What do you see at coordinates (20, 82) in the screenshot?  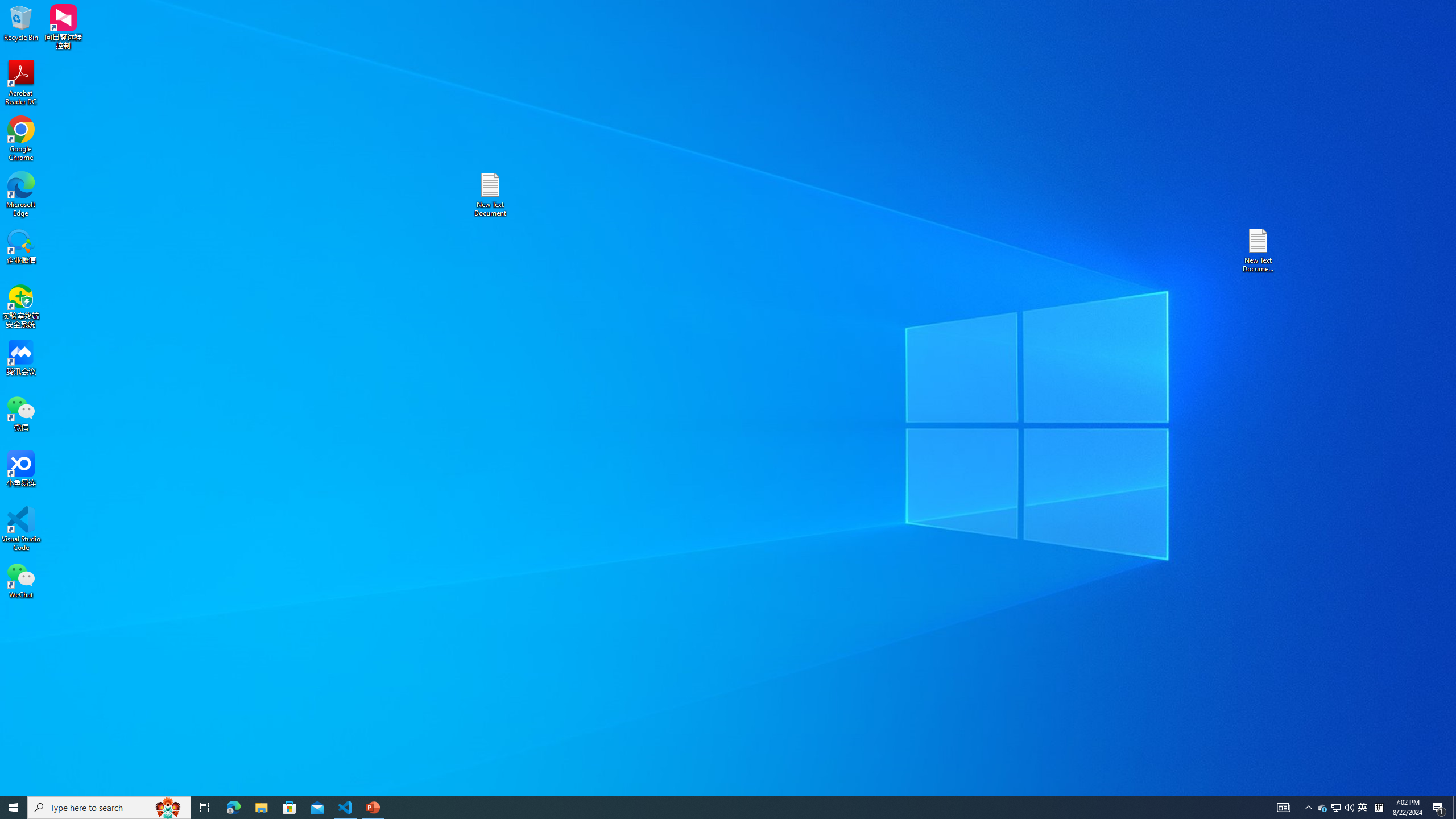 I see `'Acrobat Reader DC'` at bounding box center [20, 82].